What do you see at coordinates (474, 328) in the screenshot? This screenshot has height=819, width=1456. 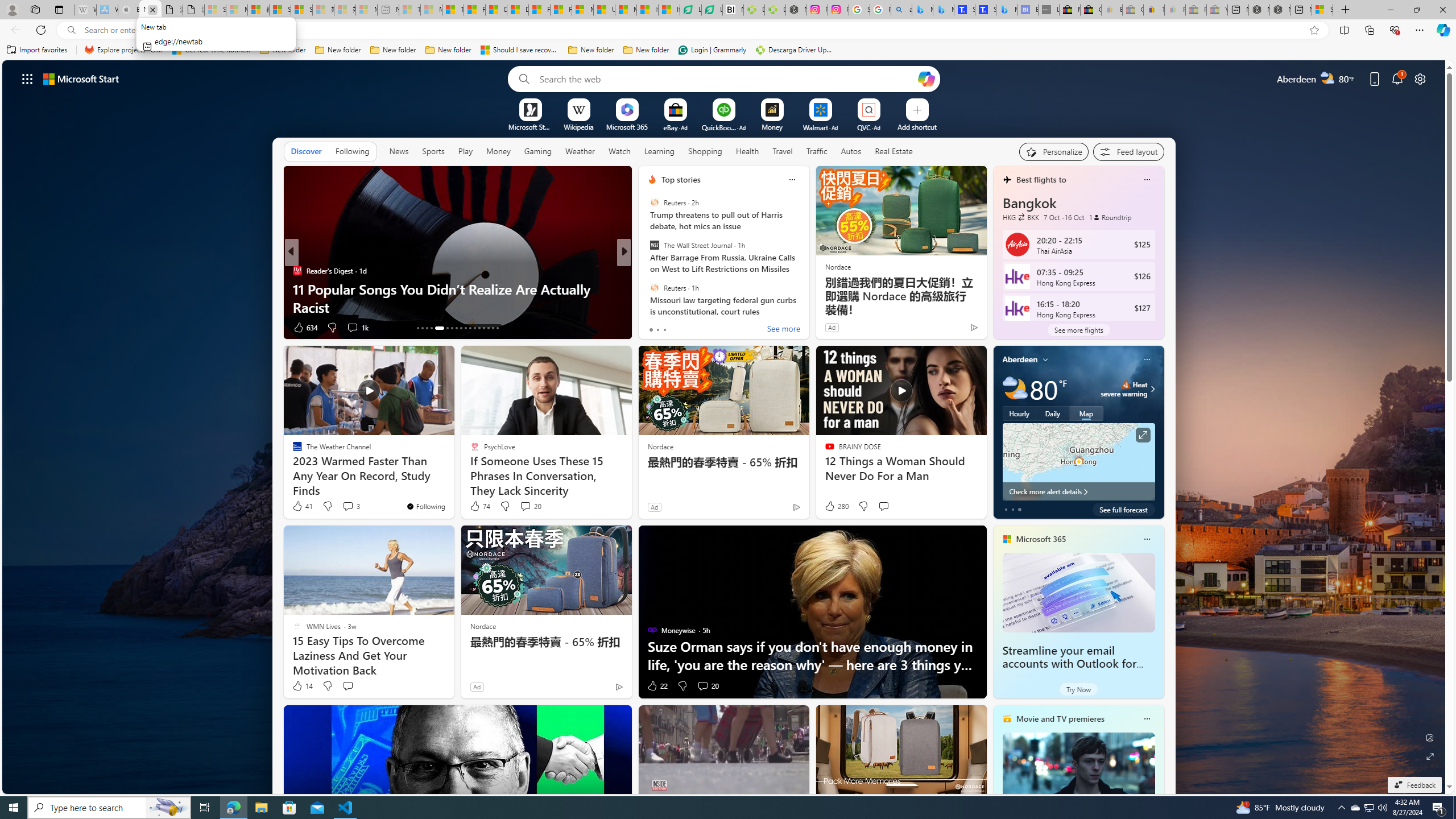 I see `'AutomationID: tab-24'` at bounding box center [474, 328].